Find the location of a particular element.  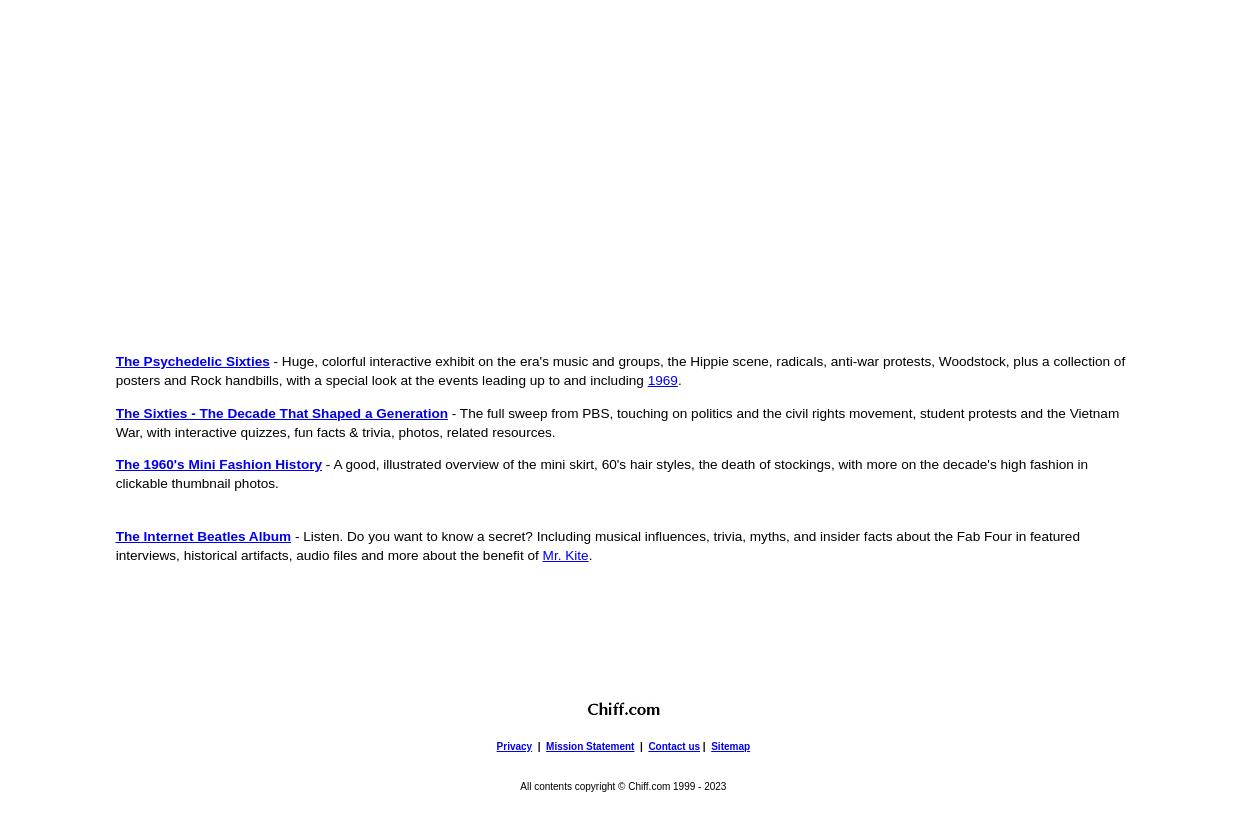

'Privacy' is located at coordinates (514, 745).